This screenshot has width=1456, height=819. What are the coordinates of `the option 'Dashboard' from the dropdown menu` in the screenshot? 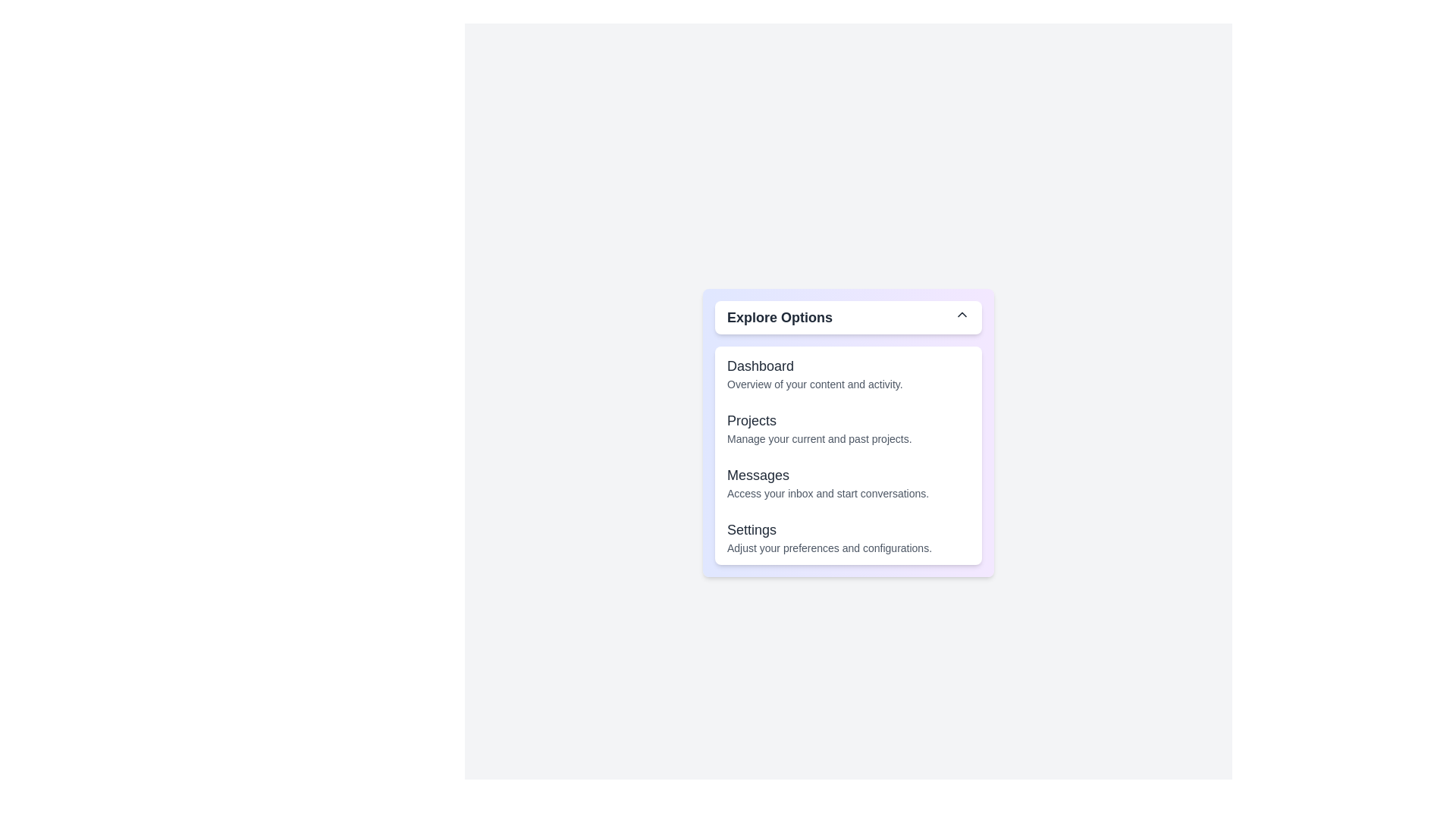 It's located at (847, 374).